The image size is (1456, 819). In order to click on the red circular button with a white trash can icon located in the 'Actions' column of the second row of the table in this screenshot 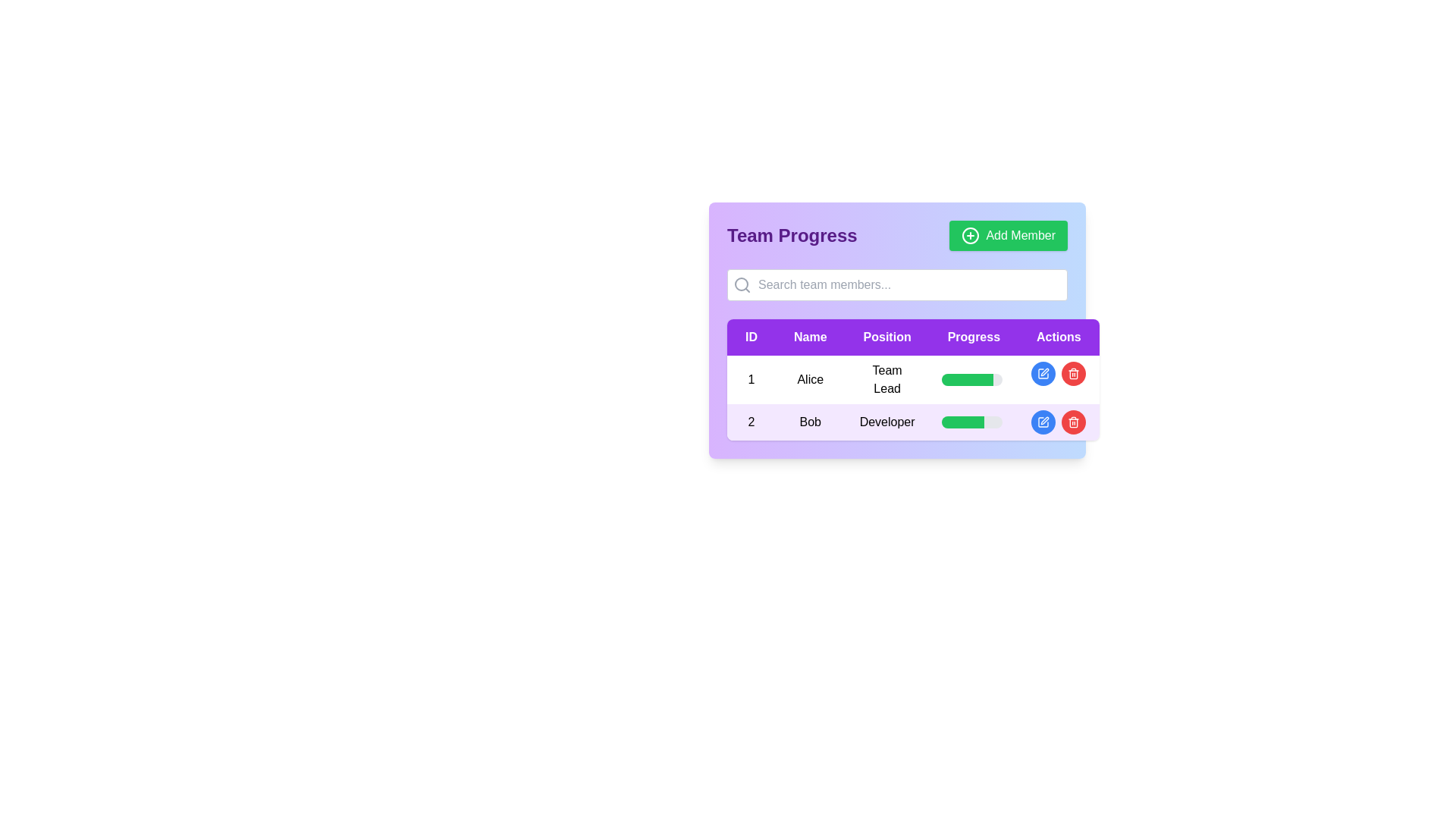, I will do `click(1073, 422)`.